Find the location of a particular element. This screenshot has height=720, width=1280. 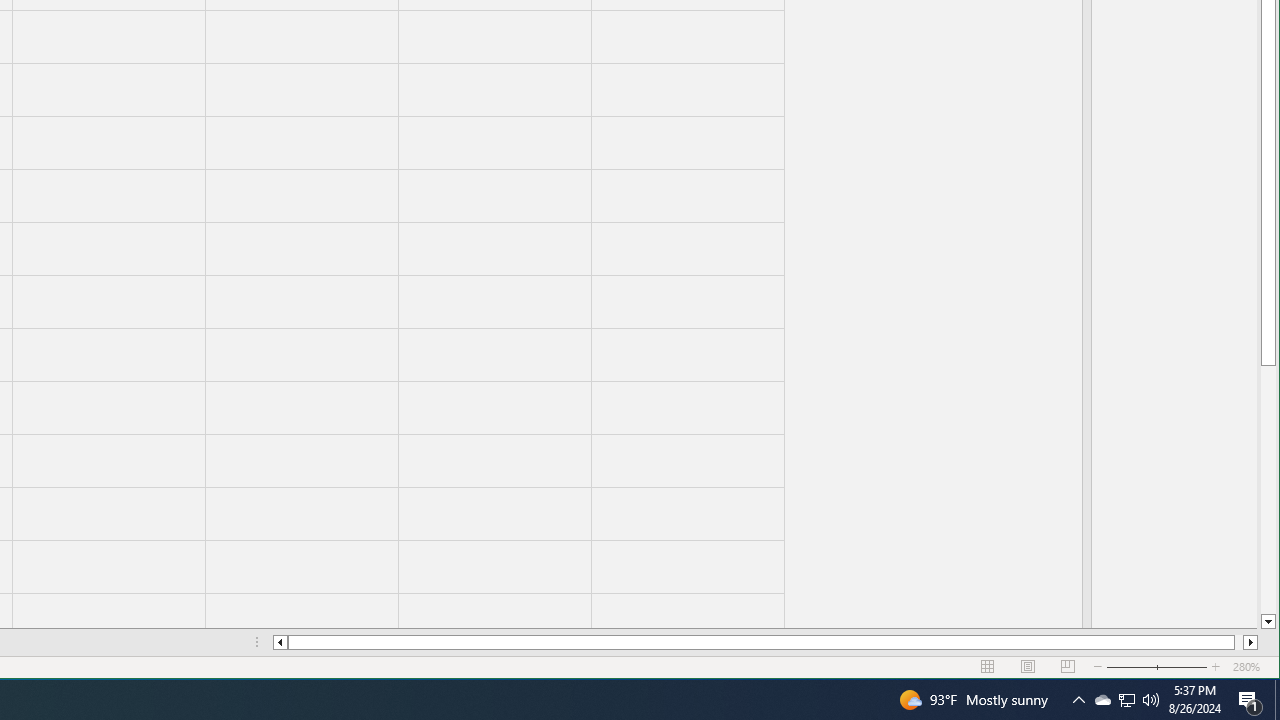

'Notification Chevron' is located at coordinates (1127, 698).